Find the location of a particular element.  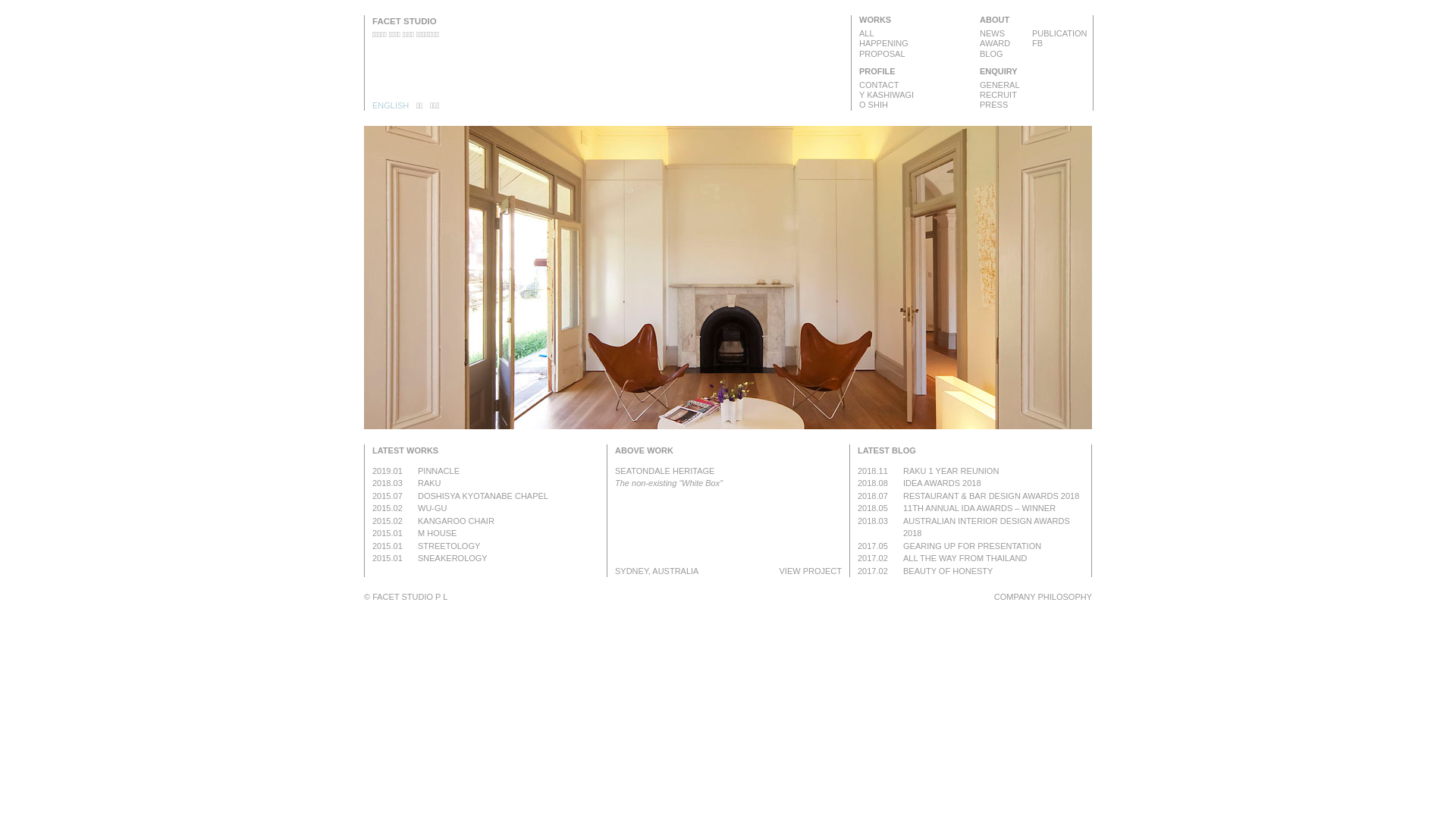

'CONTACT' is located at coordinates (858, 85).